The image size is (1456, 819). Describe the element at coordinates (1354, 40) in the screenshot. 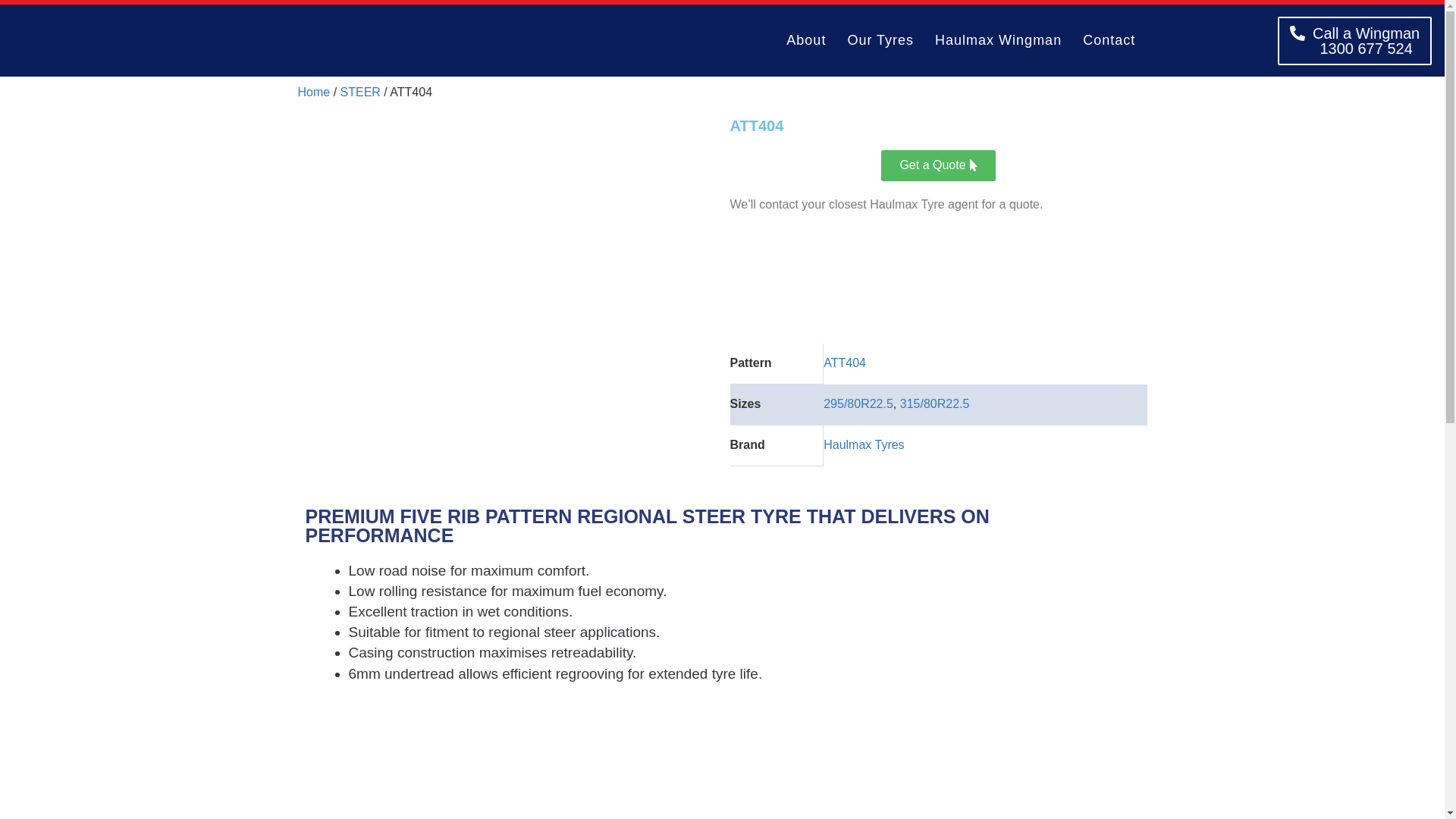

I see `'Call a Wingman` at that location.